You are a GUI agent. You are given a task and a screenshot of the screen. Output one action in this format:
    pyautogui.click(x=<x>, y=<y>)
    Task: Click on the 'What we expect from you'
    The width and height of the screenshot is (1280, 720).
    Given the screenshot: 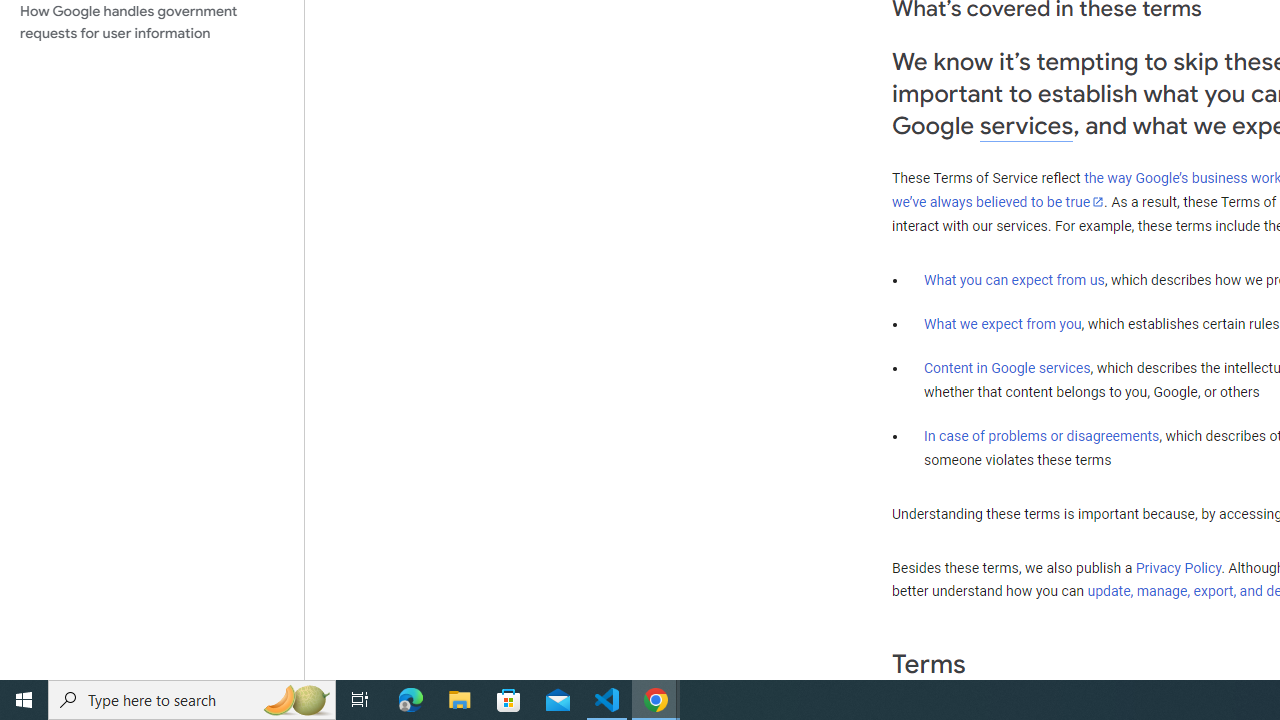 What is the action you would take?
    pyautogui.click(x=1002, y=323)
    